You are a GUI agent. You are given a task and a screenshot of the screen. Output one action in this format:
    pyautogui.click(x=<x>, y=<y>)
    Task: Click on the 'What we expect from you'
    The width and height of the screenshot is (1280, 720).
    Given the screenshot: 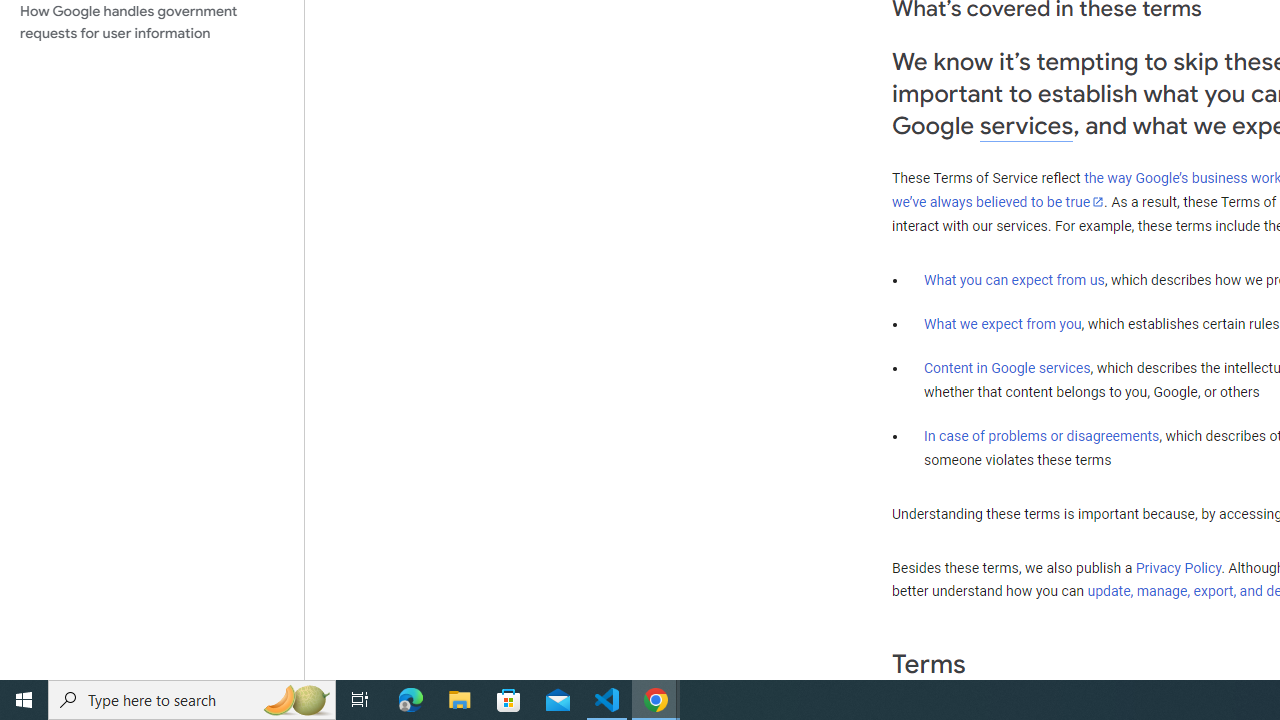 What is the action you would take?
    pyautogui.click(x=1002, y=323)
    